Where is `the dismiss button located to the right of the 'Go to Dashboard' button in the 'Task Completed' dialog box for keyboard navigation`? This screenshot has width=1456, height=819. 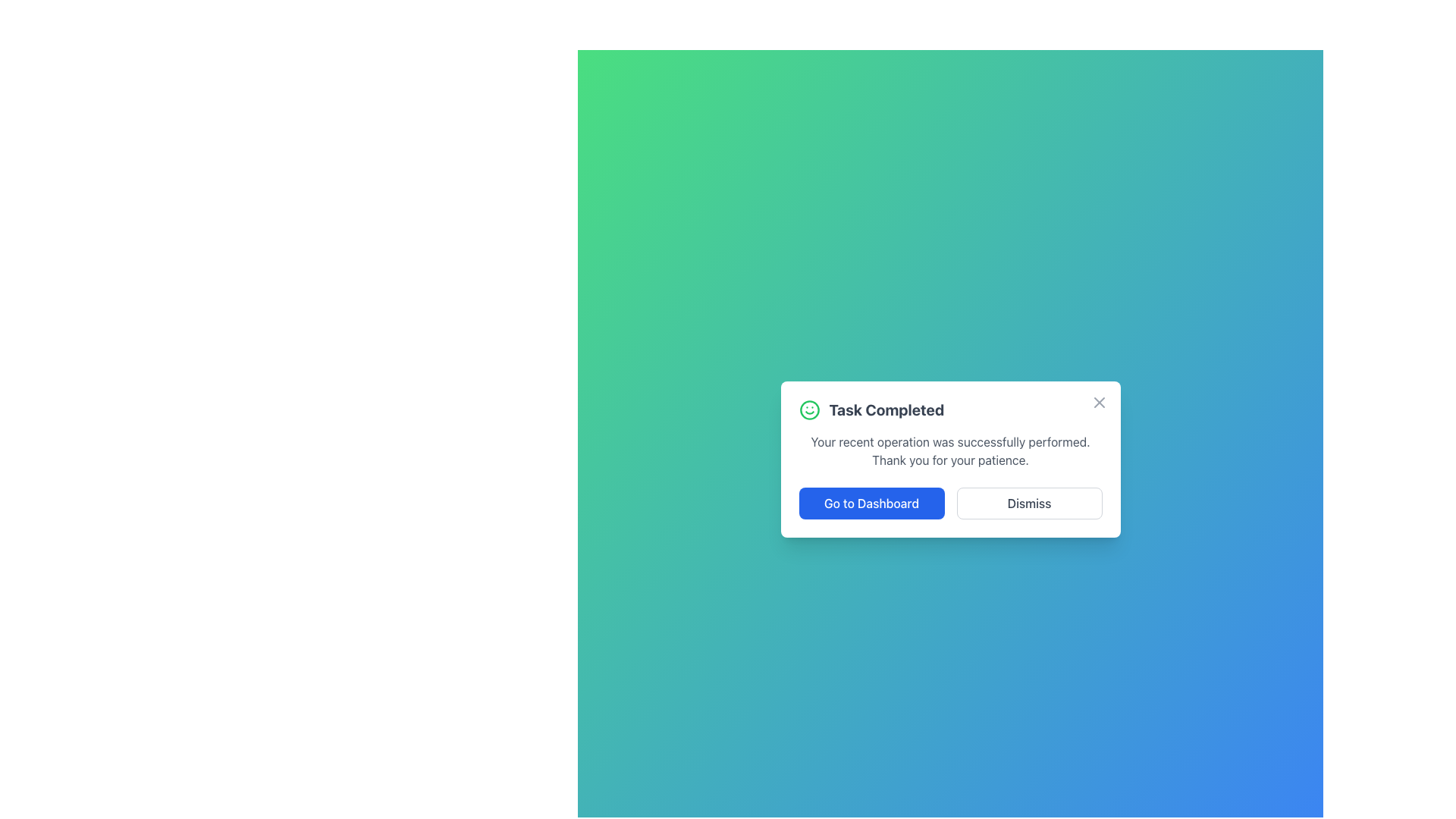
the dismiss button located to the right of the 'Go to Dashboard' button in the 'Task Completed' dialog box for keyboard navigation is located at coordinates (1029, 503).